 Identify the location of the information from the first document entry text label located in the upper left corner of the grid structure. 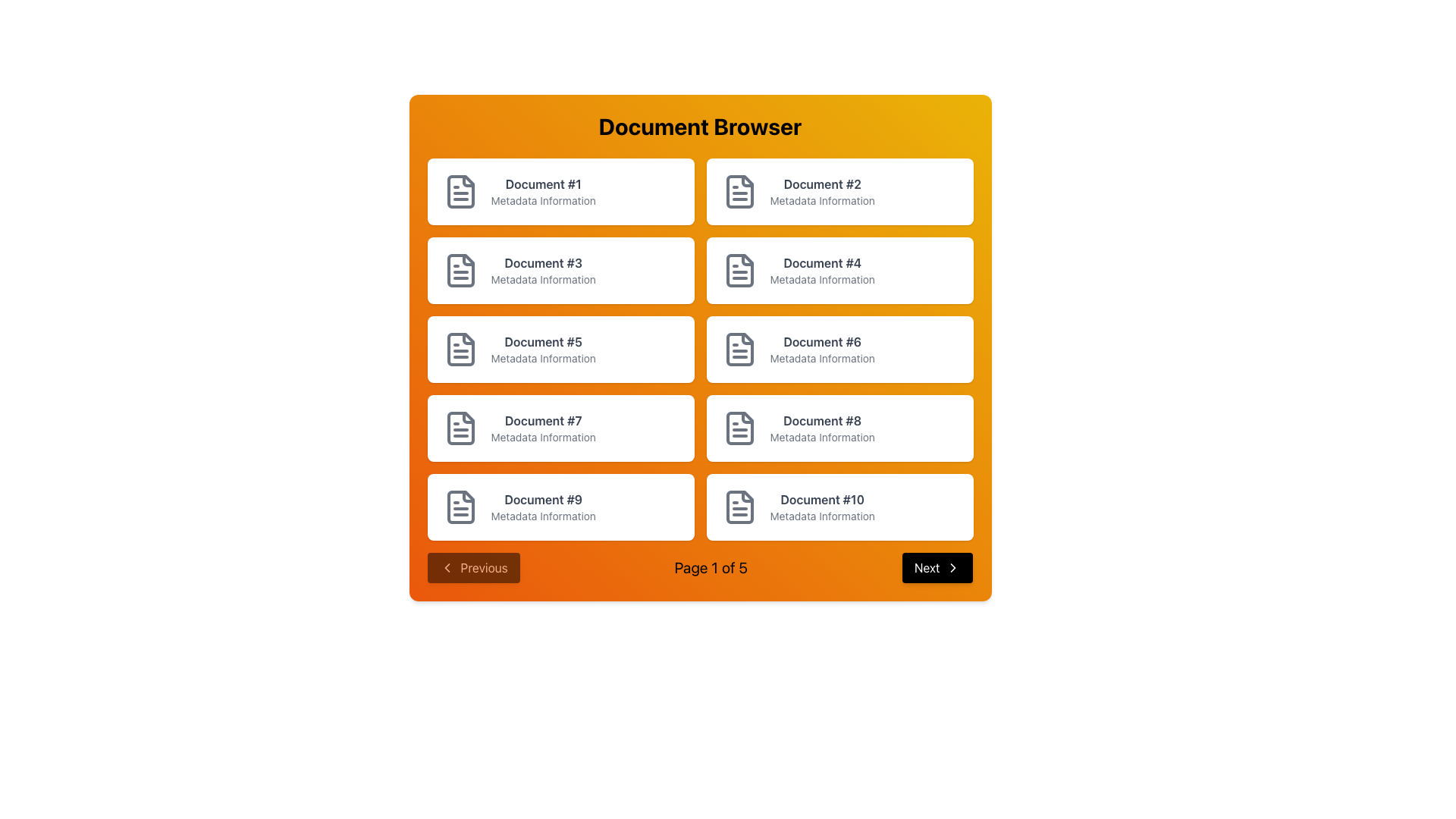
(543, 184).